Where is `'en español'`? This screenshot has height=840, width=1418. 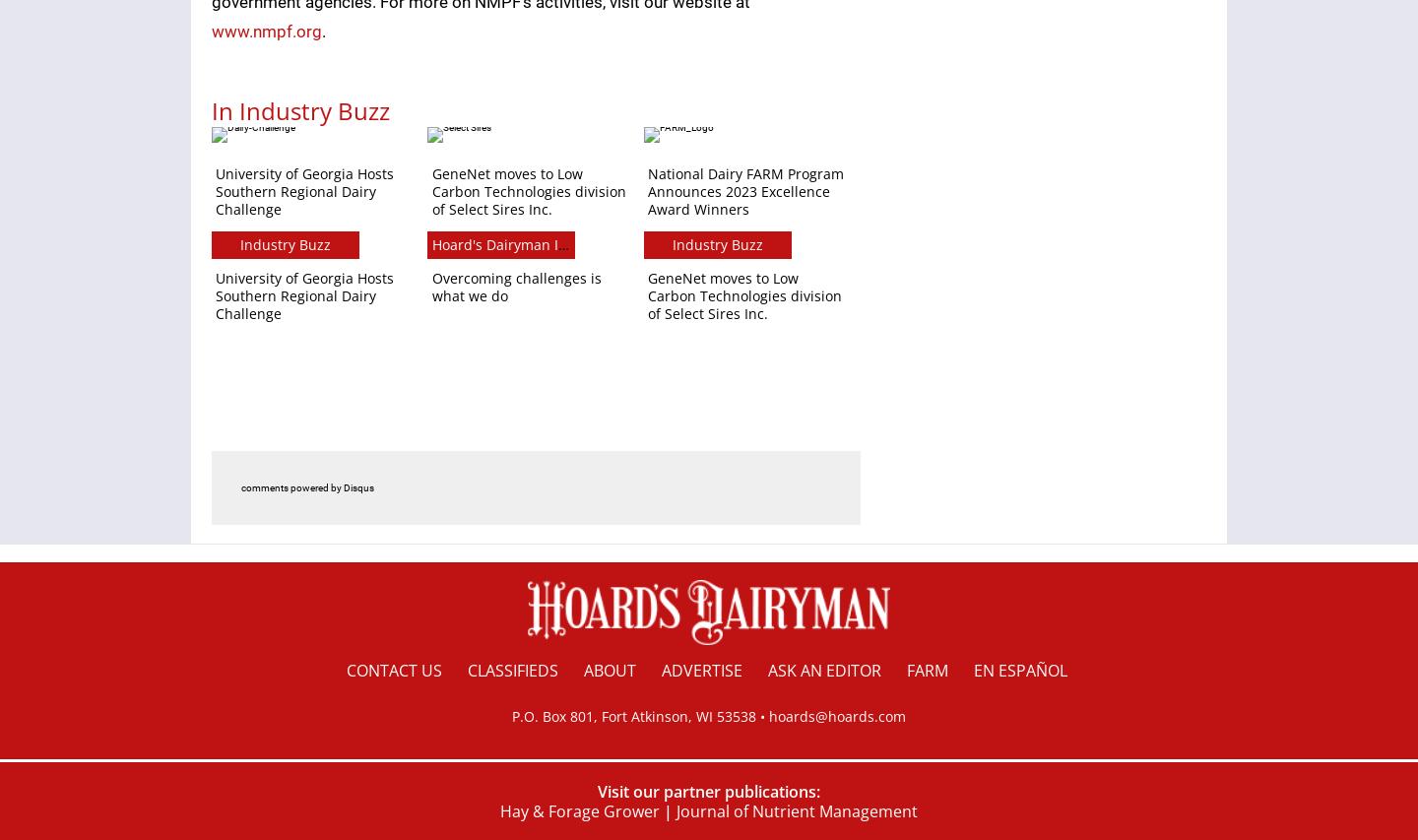 'en español' is located at coordinates (972, 670).